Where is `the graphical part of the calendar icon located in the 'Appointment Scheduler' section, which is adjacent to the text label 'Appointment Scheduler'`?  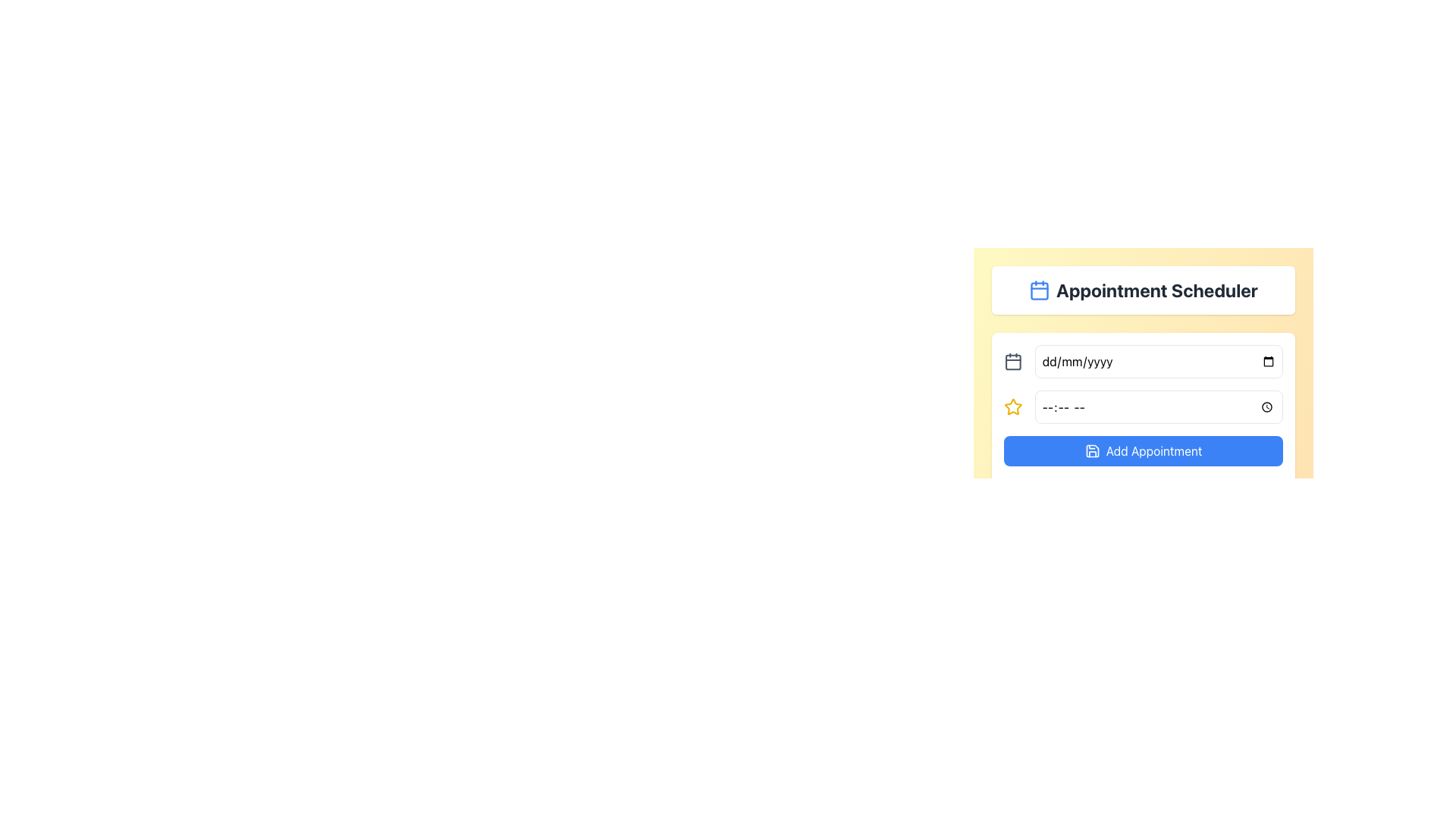
the graphical part of the calendar icon located in the 'Appointment Scheduler' section, which is adjacent to the text label 'Appointment Scheduler' is located at coordinates (1039, 291).